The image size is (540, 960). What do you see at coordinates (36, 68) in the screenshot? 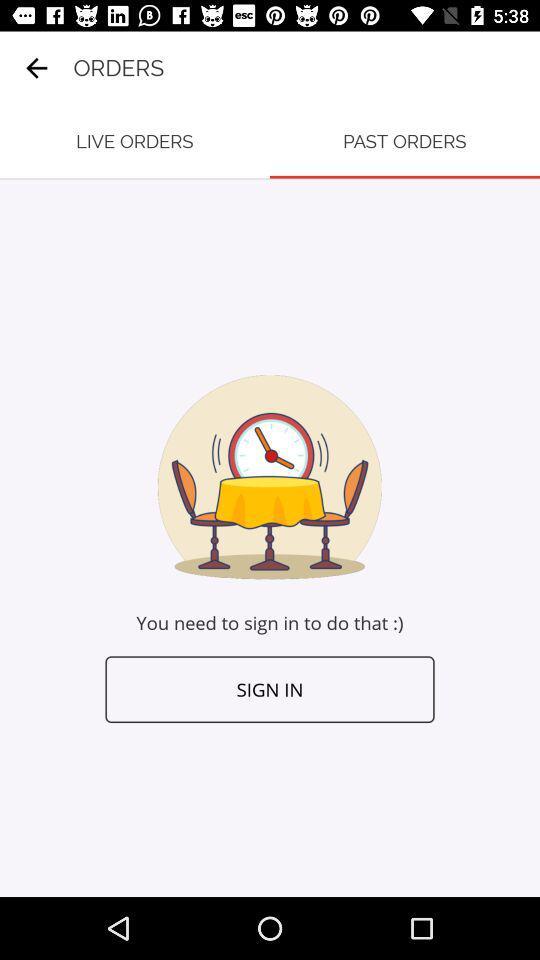
I see `icon next to the orders item` at bounding box center [36, 68].